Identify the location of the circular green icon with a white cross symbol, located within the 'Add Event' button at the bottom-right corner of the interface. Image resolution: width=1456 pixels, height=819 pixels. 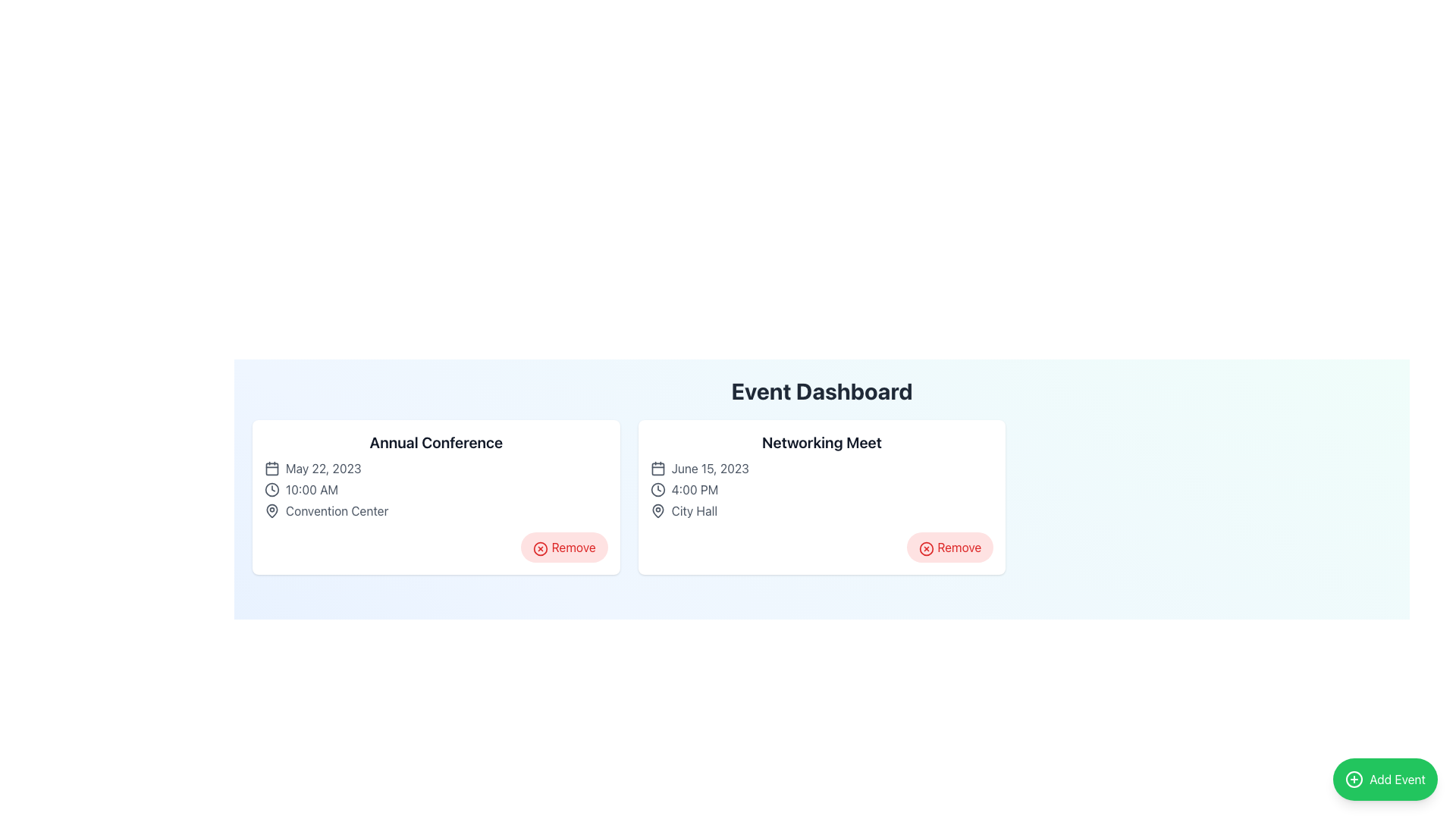
(1354, 780).